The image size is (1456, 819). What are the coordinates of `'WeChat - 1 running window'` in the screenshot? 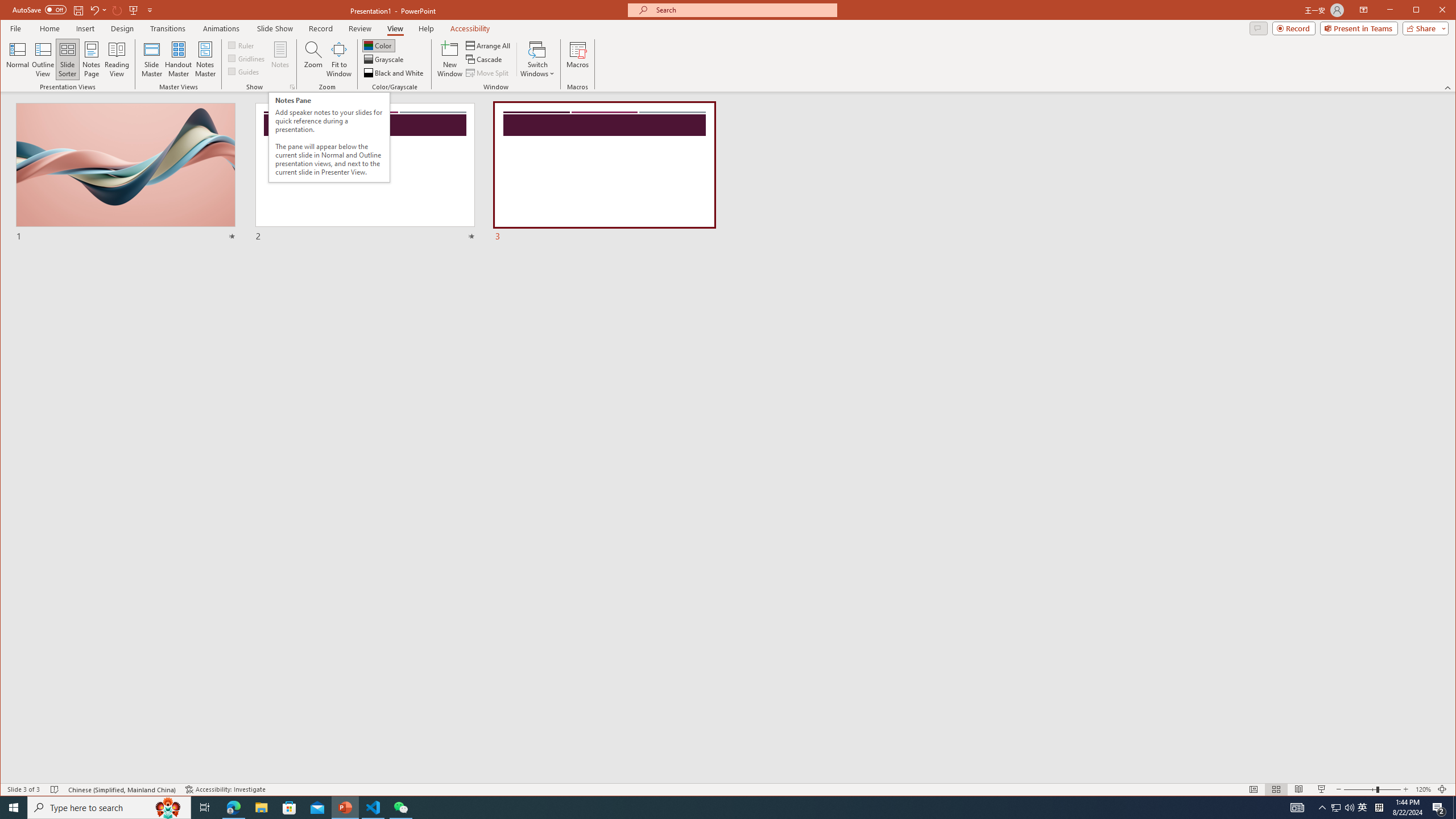 It's located at (401, 806).